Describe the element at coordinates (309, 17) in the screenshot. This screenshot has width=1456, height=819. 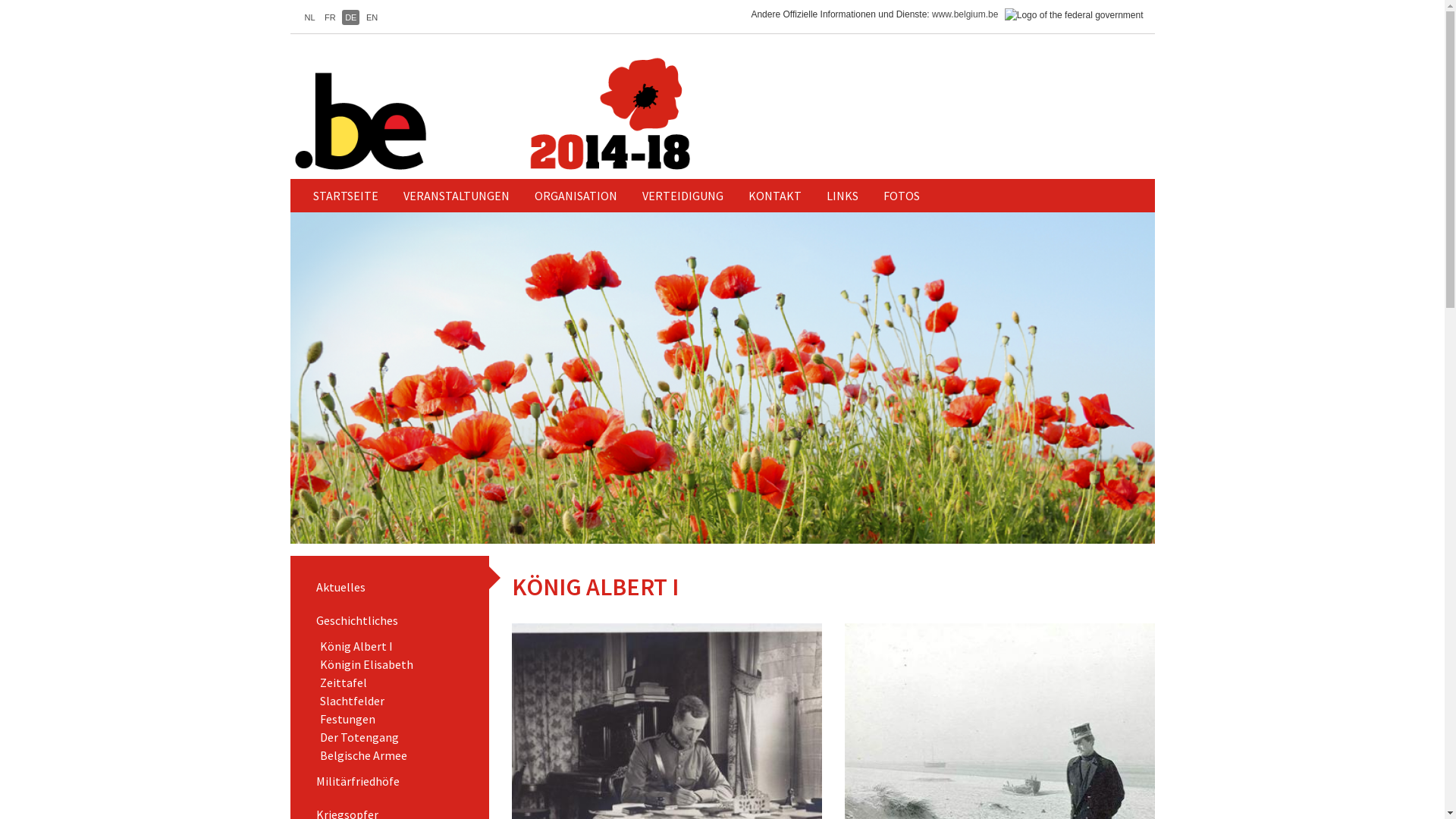
I see `'NL'` at that location.